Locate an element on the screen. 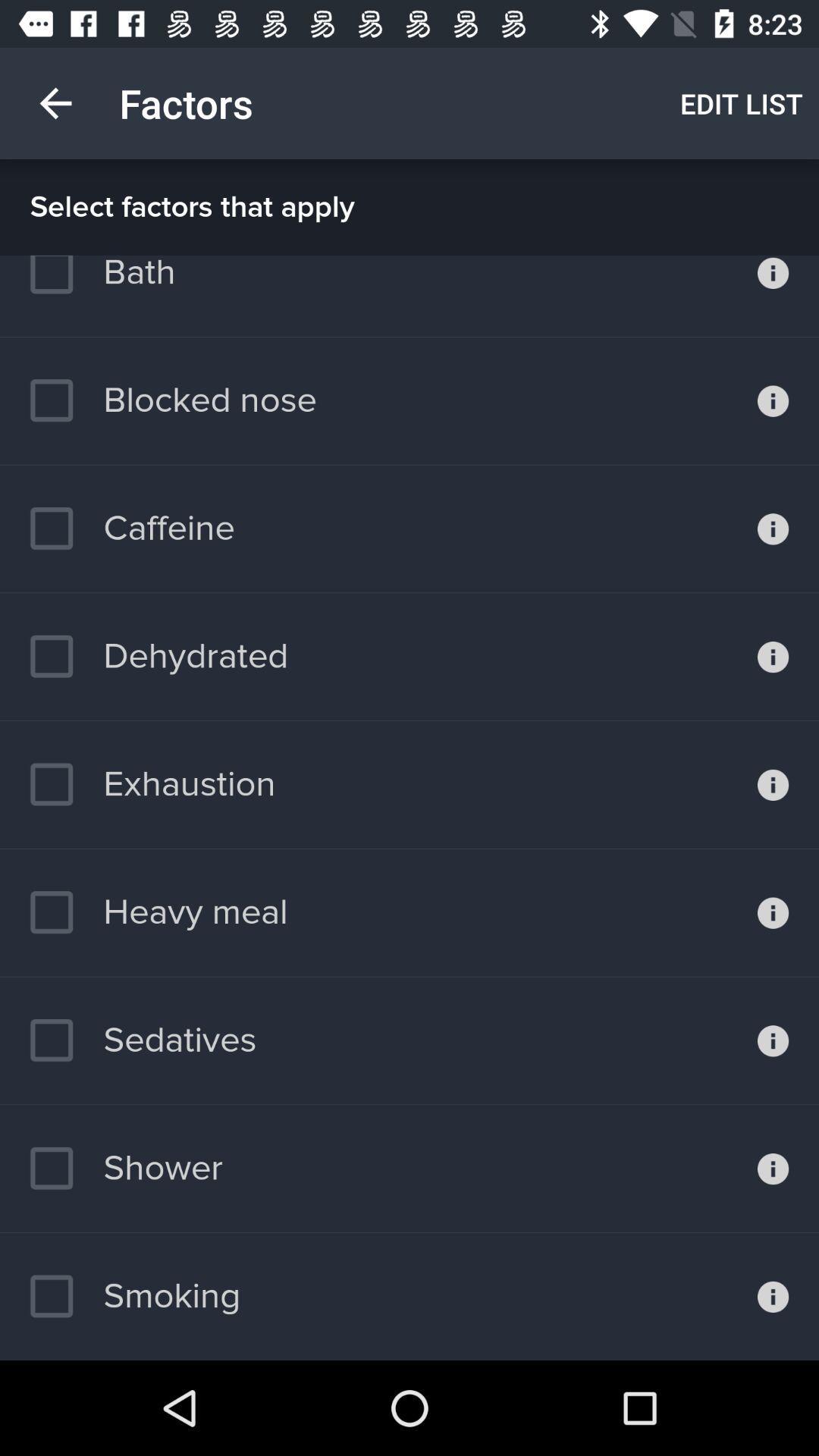 The height and width of the screenshot is (1456, 819). information toggle is located at coordinates (773, 1295).